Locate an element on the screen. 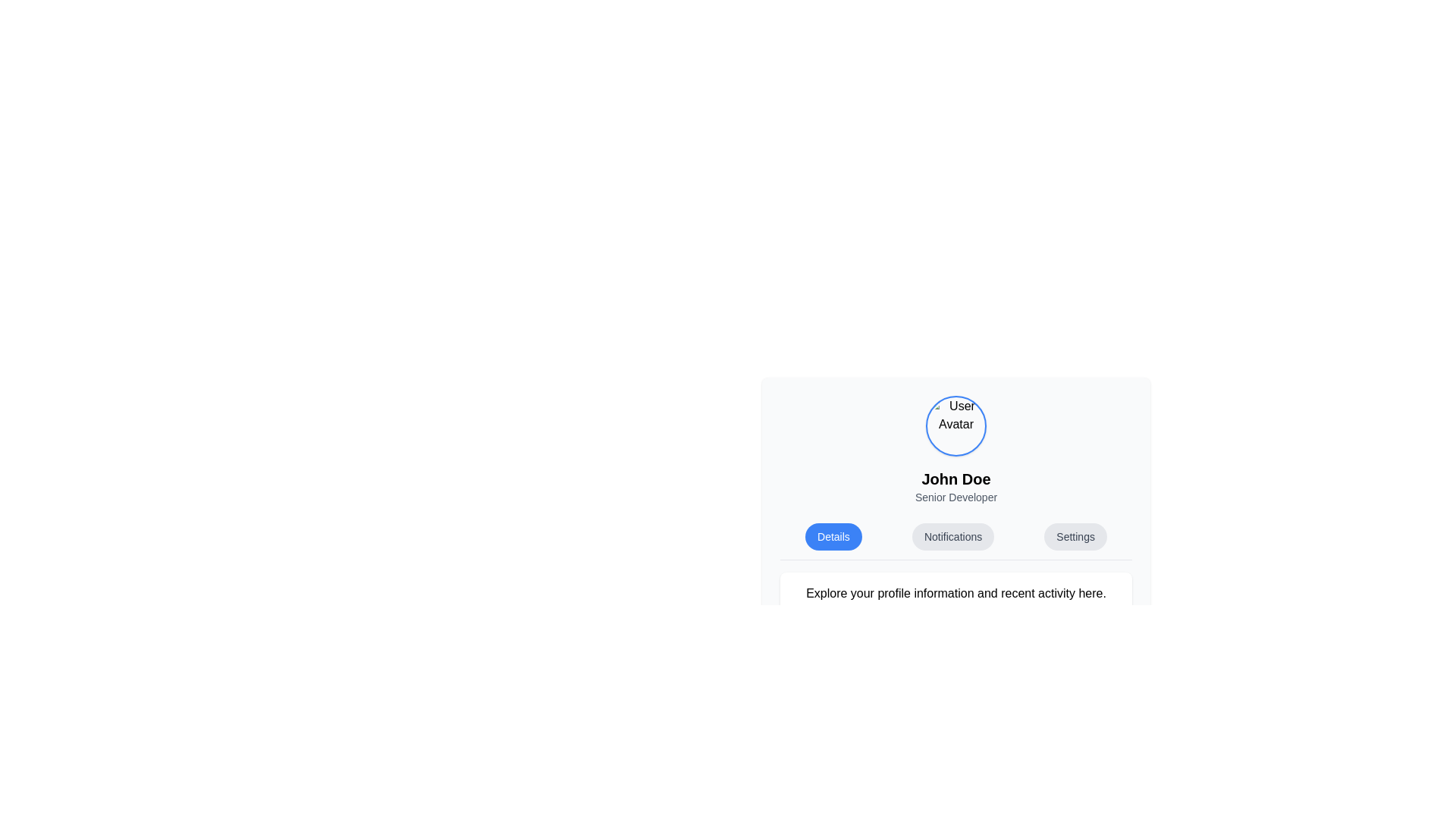 This screenshot has height=819, width=1456. the avatar in the Profile Header, which features a circular image above the name 'John Doe' and the role title 'Senior Developer' is located at coordinates (955, 450).